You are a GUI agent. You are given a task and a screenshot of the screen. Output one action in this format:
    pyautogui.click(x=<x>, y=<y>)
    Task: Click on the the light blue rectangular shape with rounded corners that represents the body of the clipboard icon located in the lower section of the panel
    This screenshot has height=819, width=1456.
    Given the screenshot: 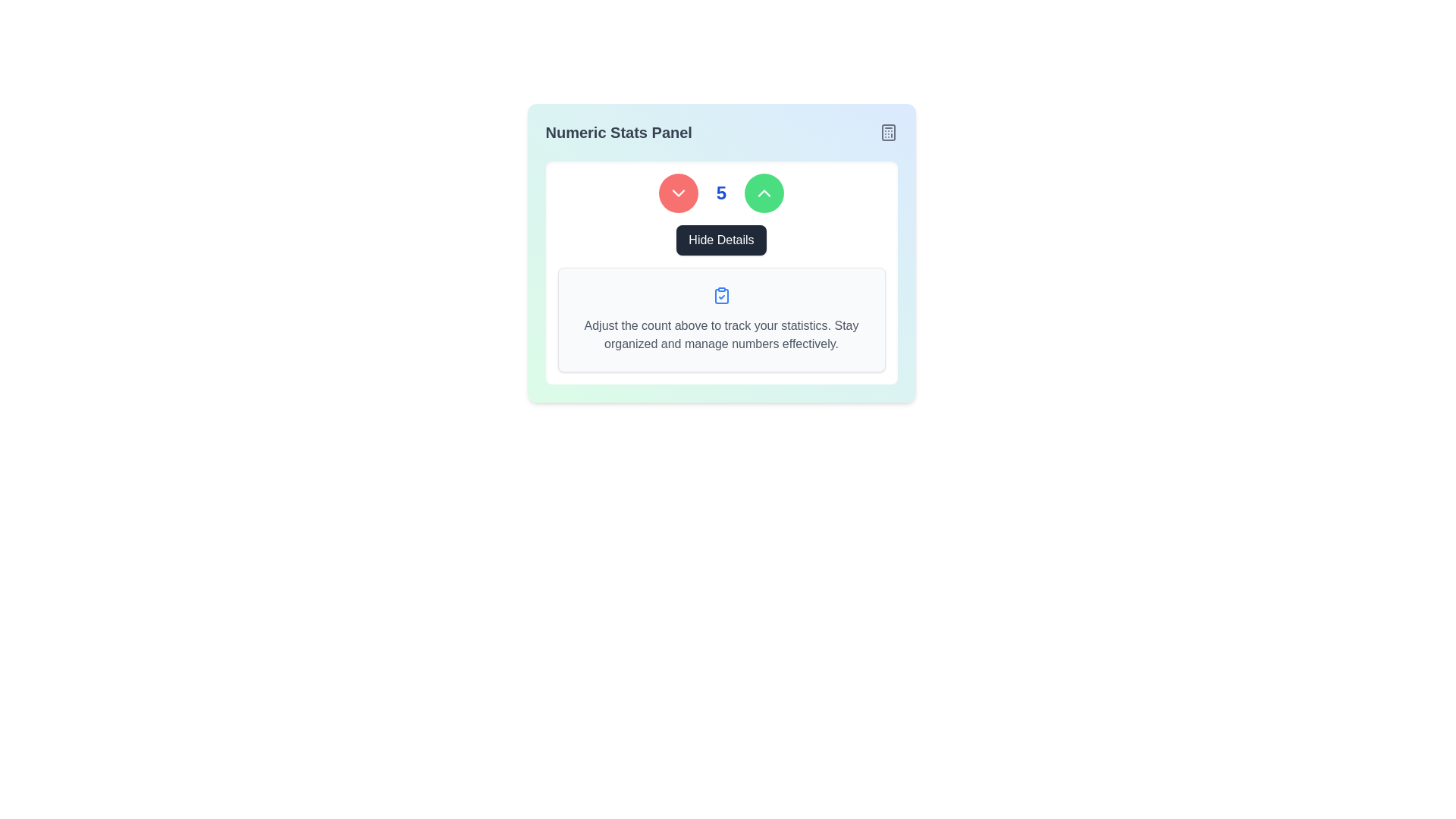 What is the action you would take?
    pyautogui.click(x=720, y=296)
    